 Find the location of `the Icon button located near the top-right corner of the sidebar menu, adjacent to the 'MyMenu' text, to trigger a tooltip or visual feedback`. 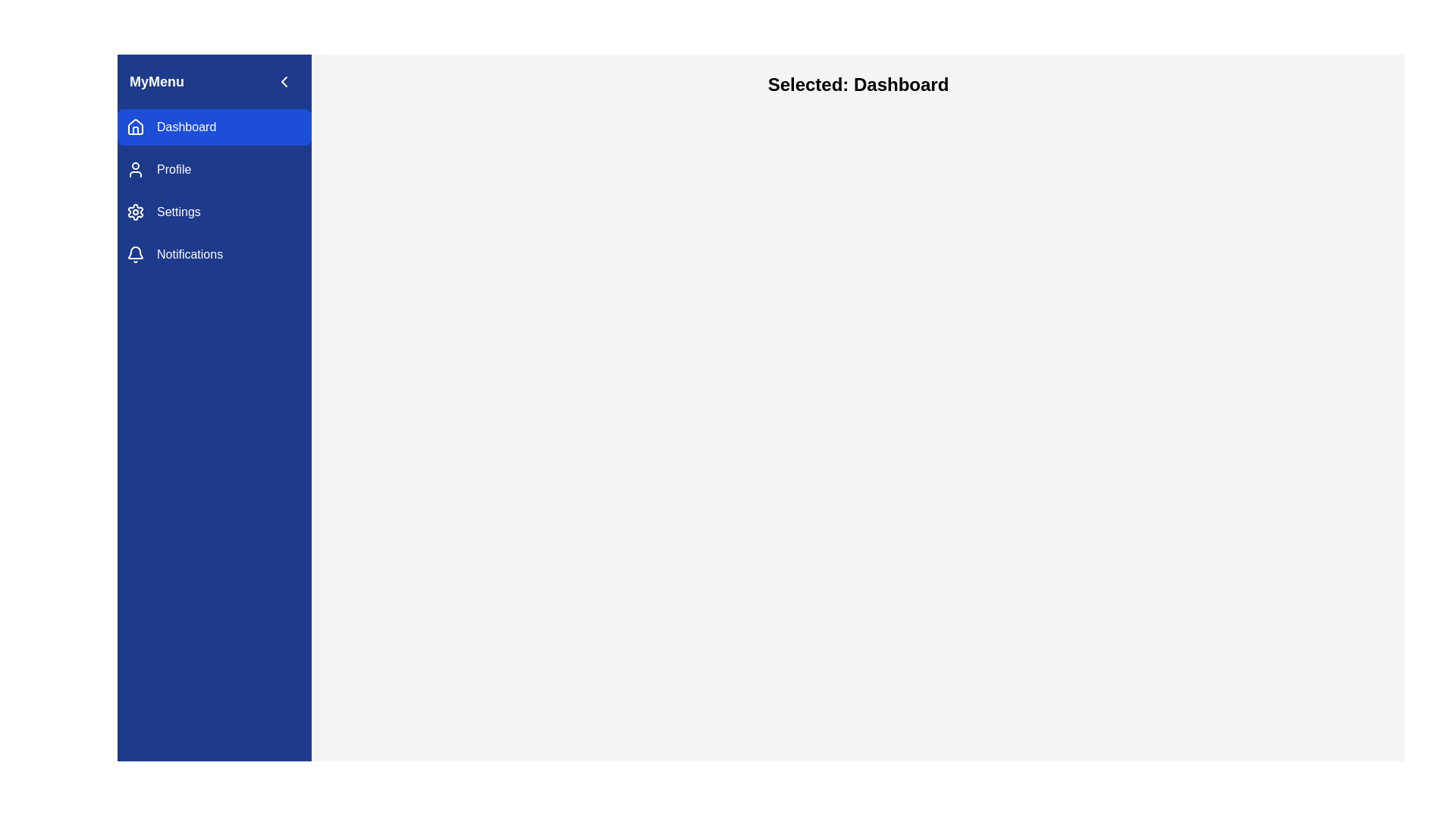

the Icon button located near the top-right corner of the sidebar menu, adjacent to the 'MyMenu' text, to trigger a tooltip or visual feedback is located at coordinates (284, 82).